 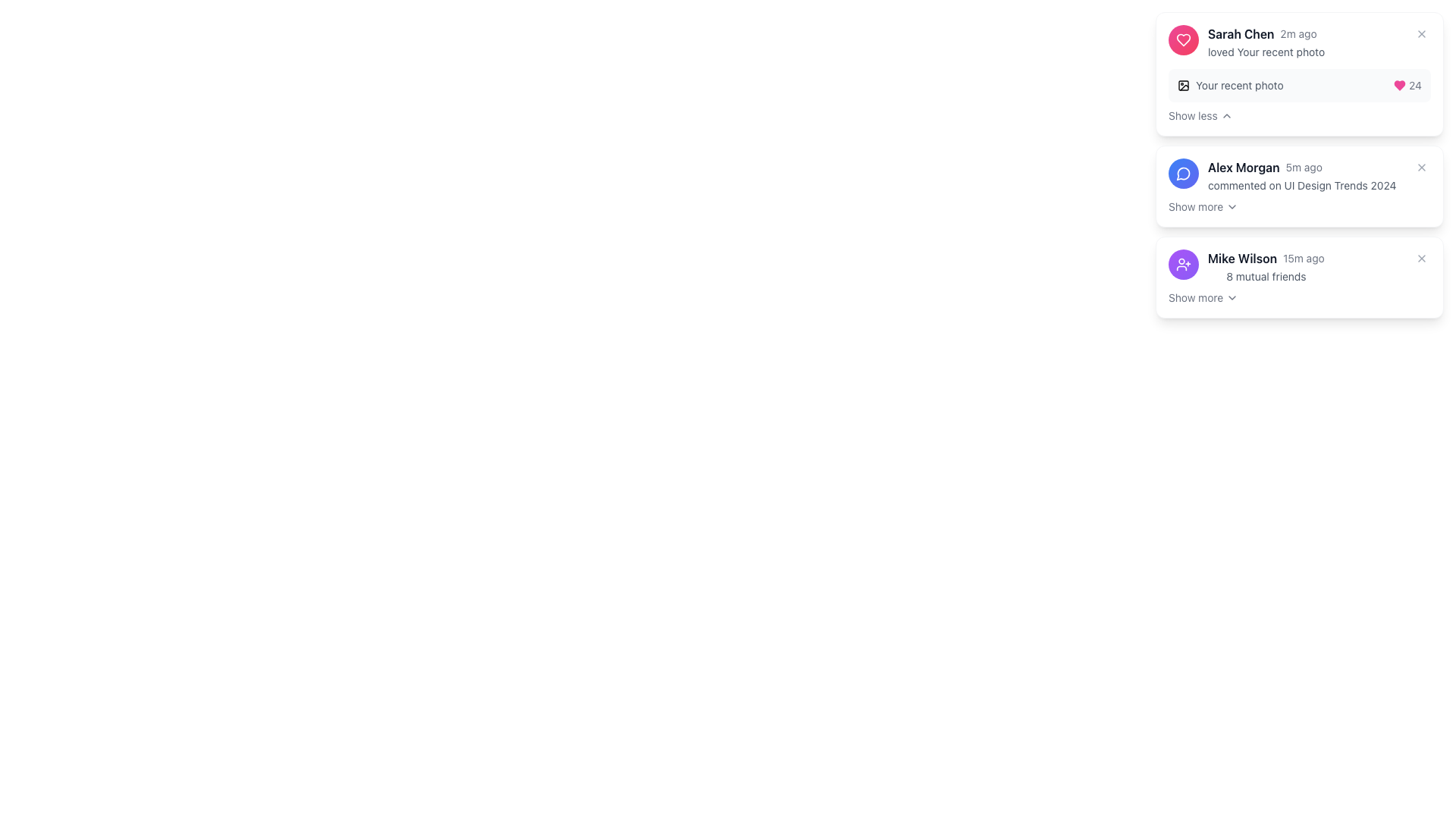 I want to click on the notification from 'Sarah Chen' indicating a photo like, located at the top of the notification list, so click(x=1247, y=42).